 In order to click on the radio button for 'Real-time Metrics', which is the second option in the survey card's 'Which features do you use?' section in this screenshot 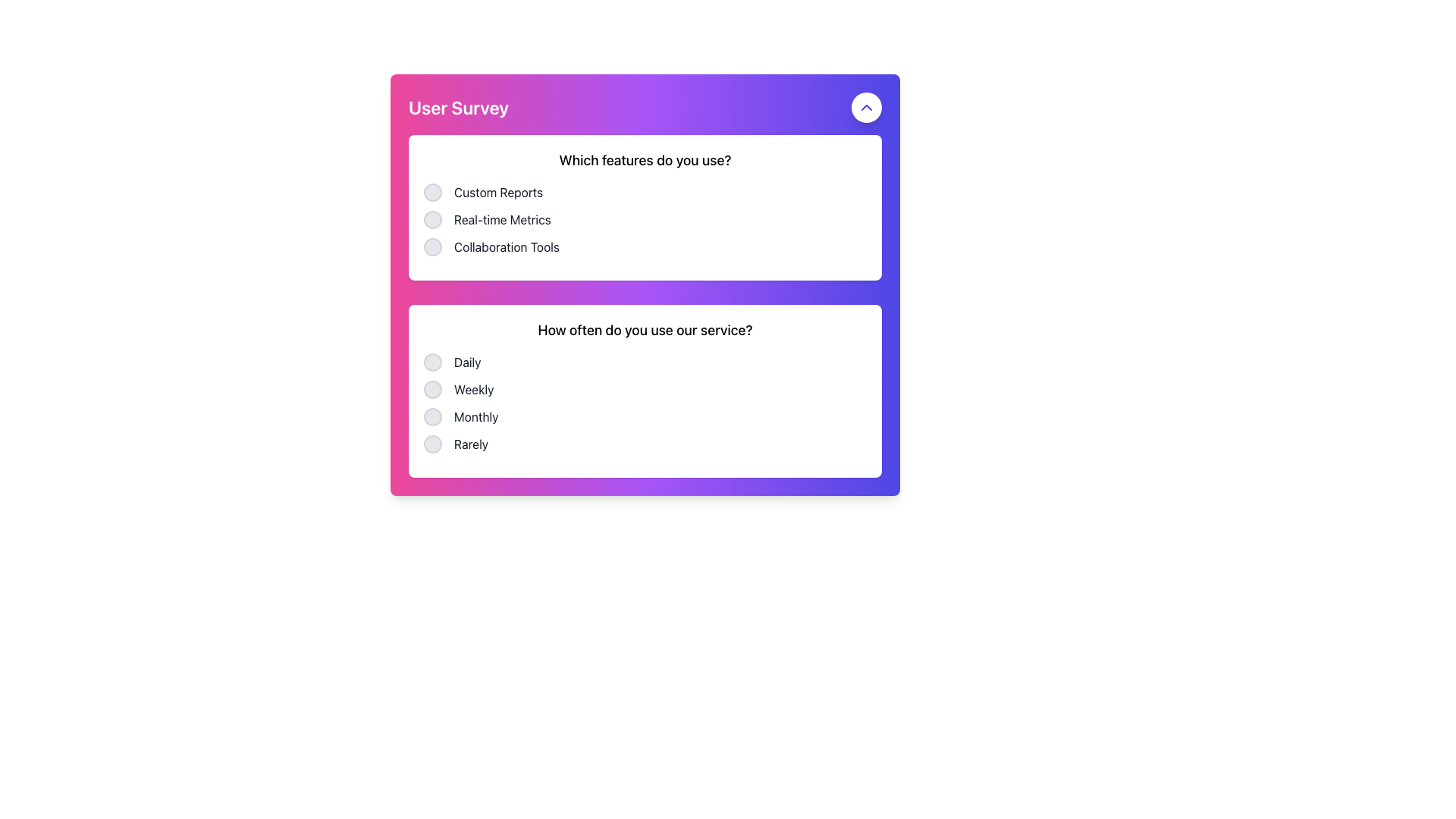, I will do `click(432, 219)`.